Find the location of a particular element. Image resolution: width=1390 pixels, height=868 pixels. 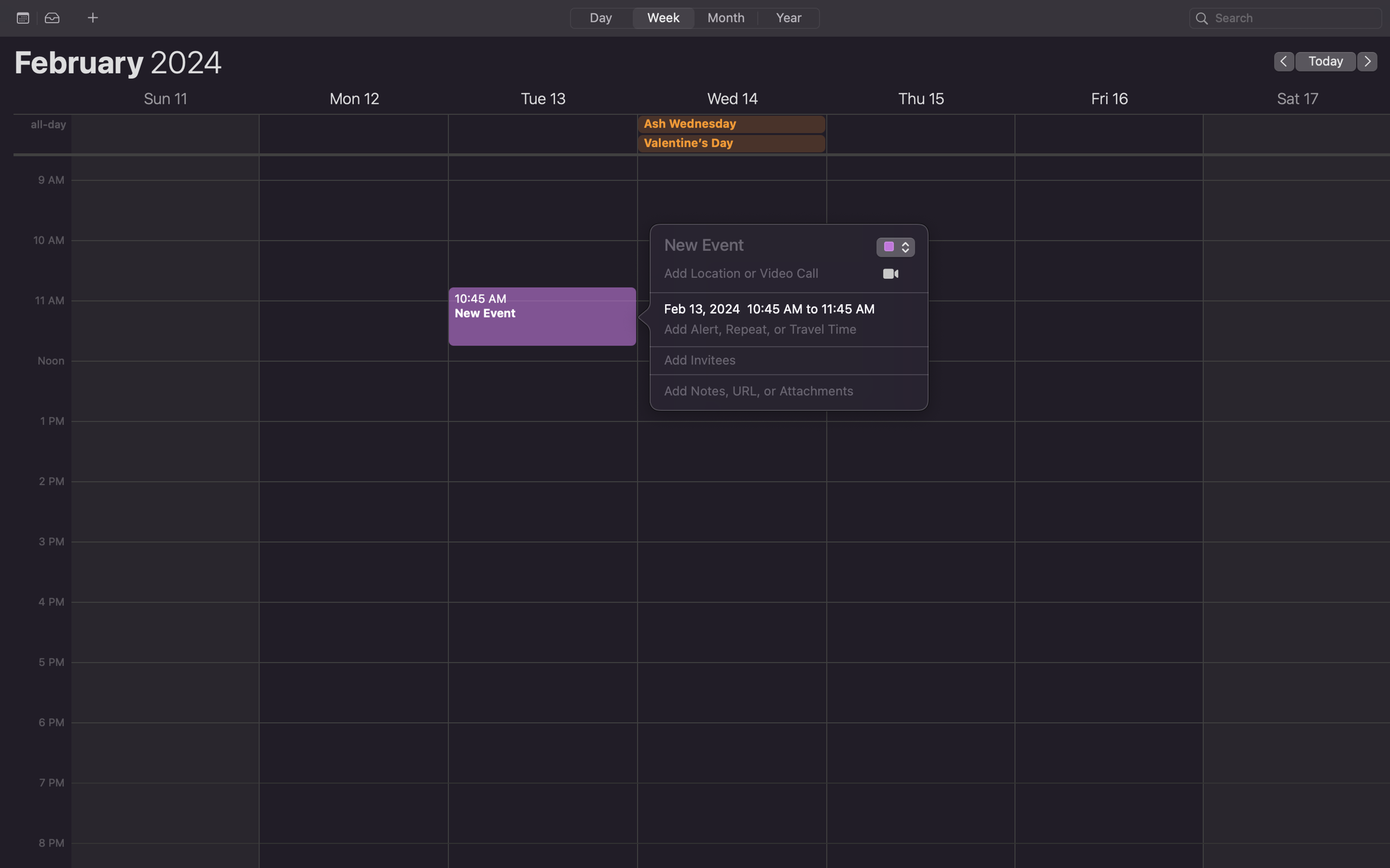

Write the message "Please RSVP by Friday" in the notes field is located at coordinates (776, 392).